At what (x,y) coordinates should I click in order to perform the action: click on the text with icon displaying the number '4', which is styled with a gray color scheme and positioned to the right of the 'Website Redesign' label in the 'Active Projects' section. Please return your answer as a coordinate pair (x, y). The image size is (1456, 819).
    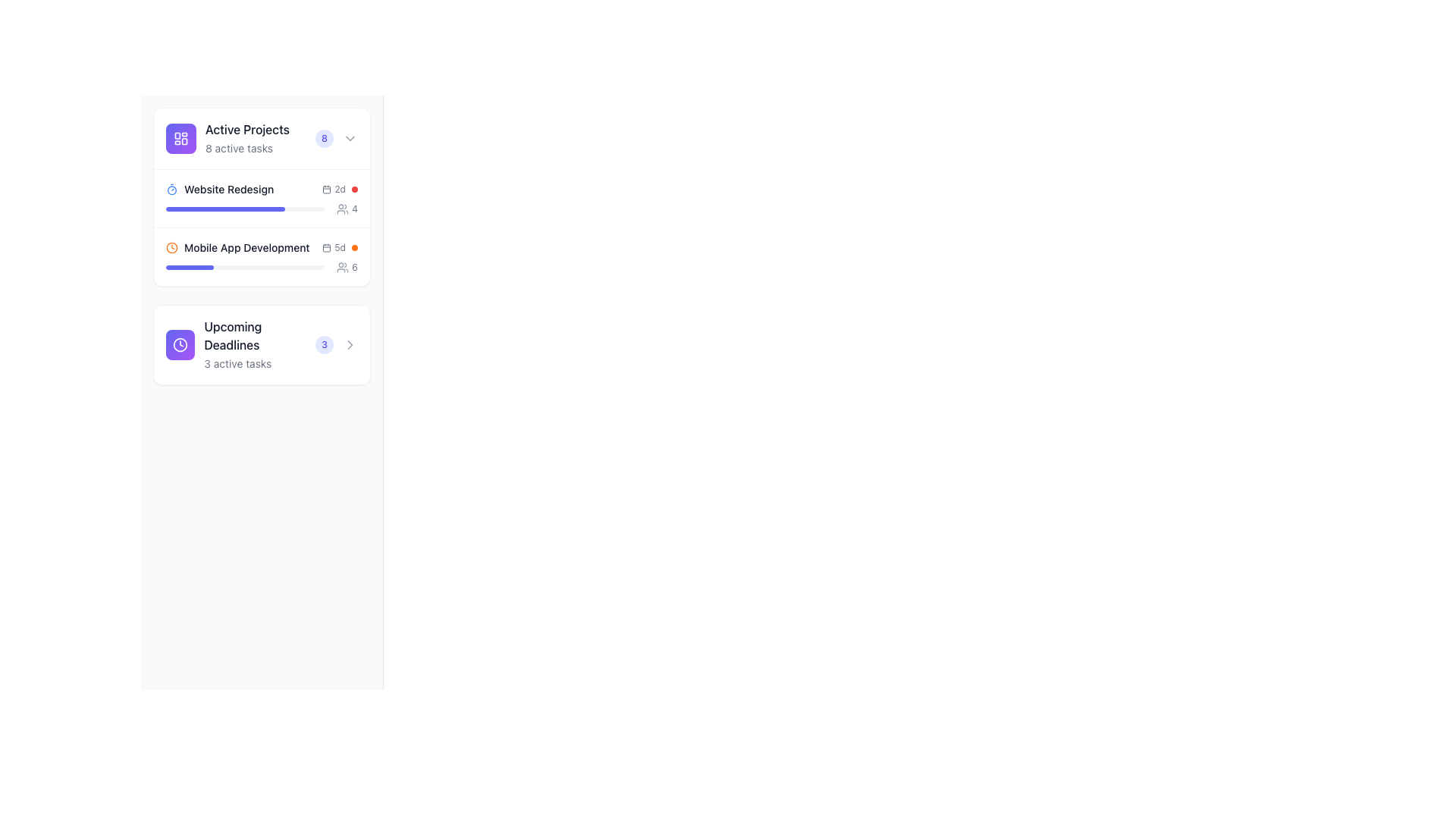
    Looking at the image, I should click on (347, 209).